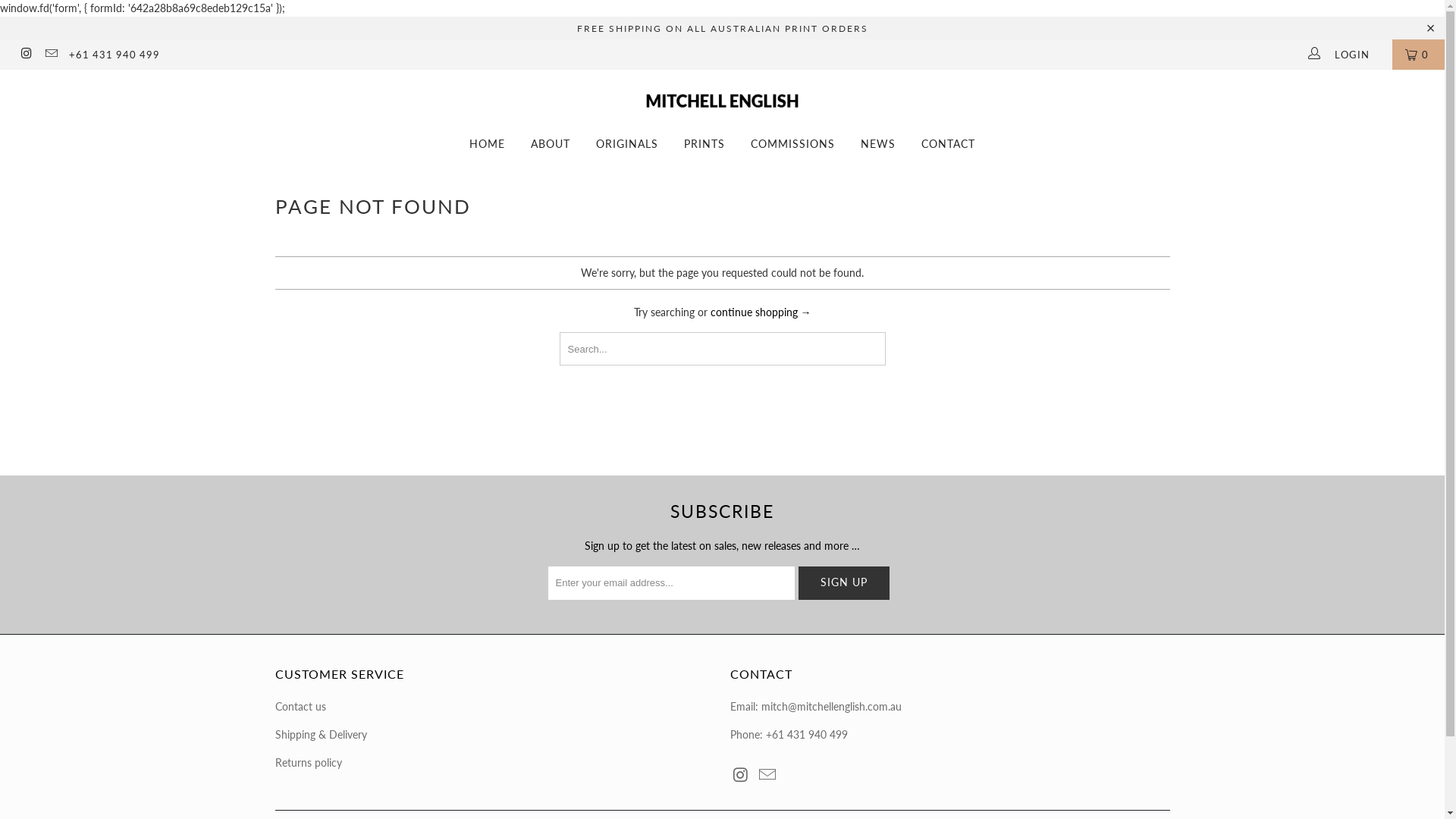  What do you see at coordinates (487, 144) in the screenshot?
I see `'HOME'` at bounding box center [487, 144].